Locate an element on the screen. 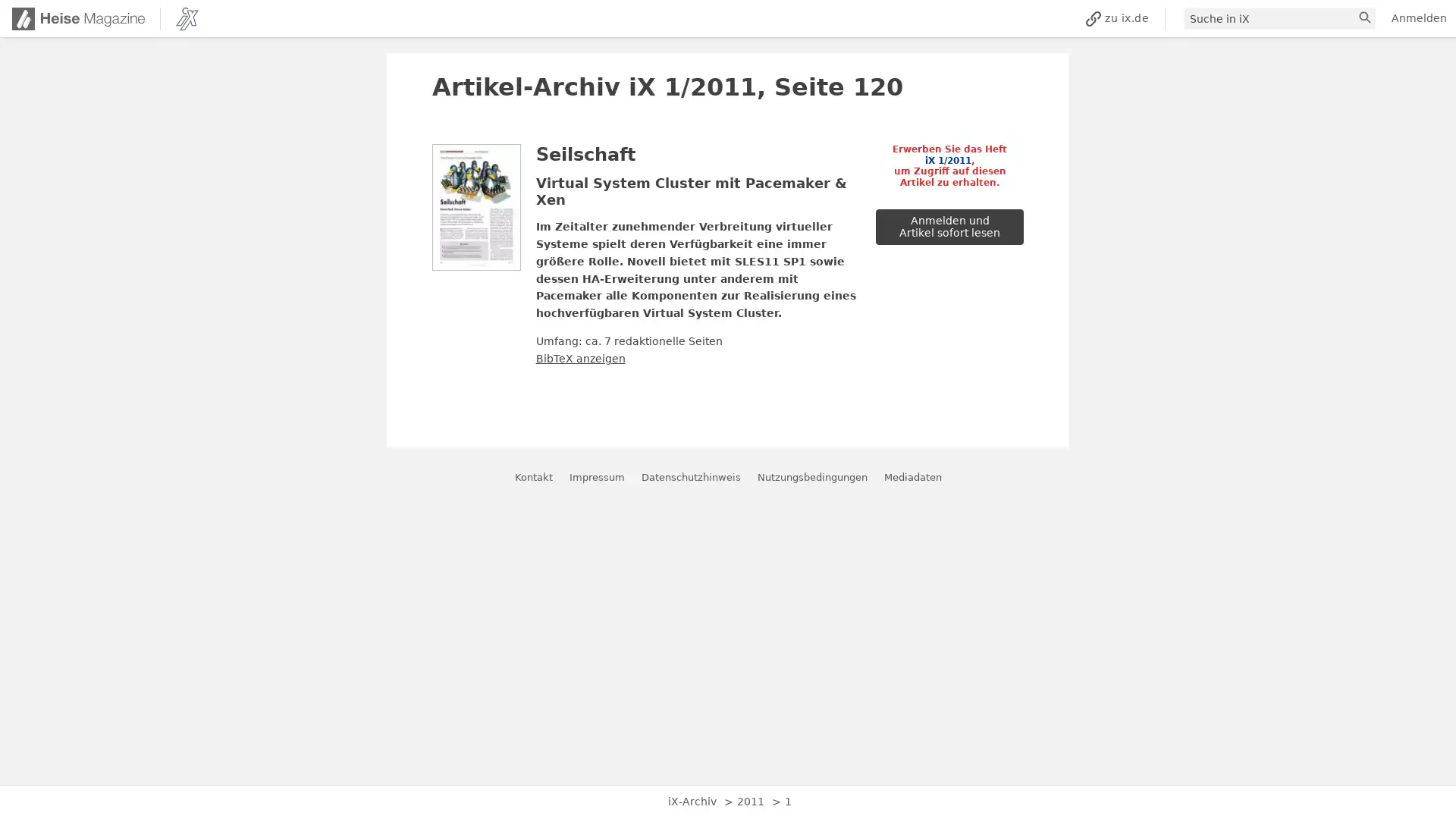 Image resolution: width=1456 pixels, height=819 pixels. BibTeX anzeigen is located at coordinates (579, 357).